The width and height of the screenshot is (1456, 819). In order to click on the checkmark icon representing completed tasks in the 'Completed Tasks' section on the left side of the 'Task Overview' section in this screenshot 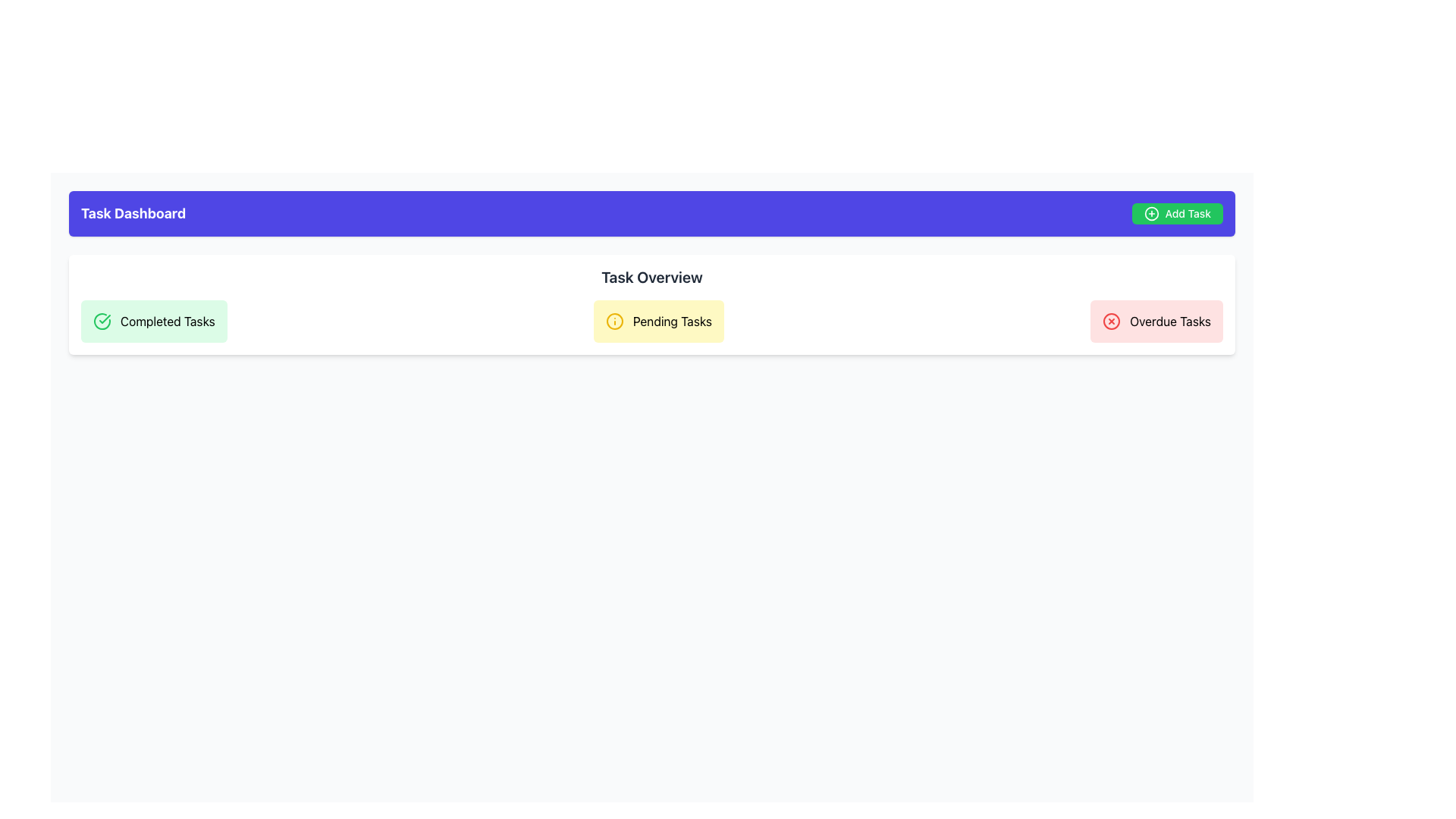, I will do `click(104, 318)`.